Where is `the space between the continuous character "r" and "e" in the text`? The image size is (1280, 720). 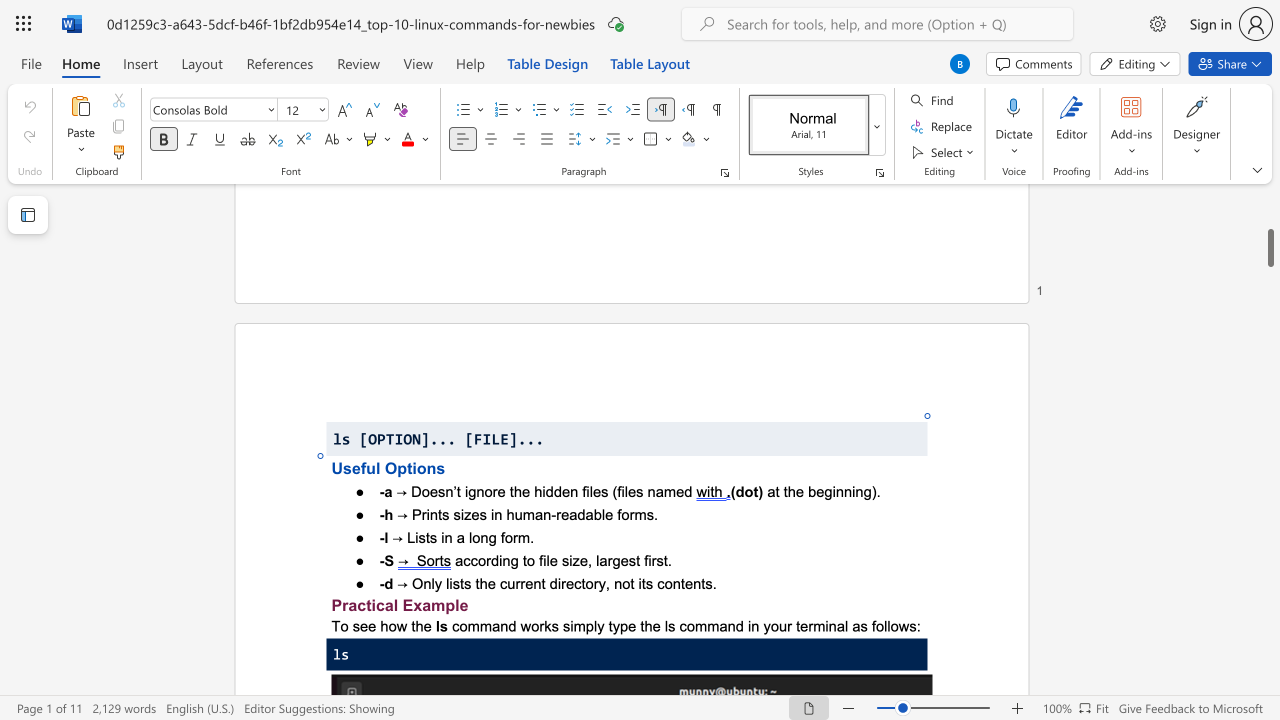 the space between the continuous character "r" and "e" in the text is located at coordinates (498, 491).